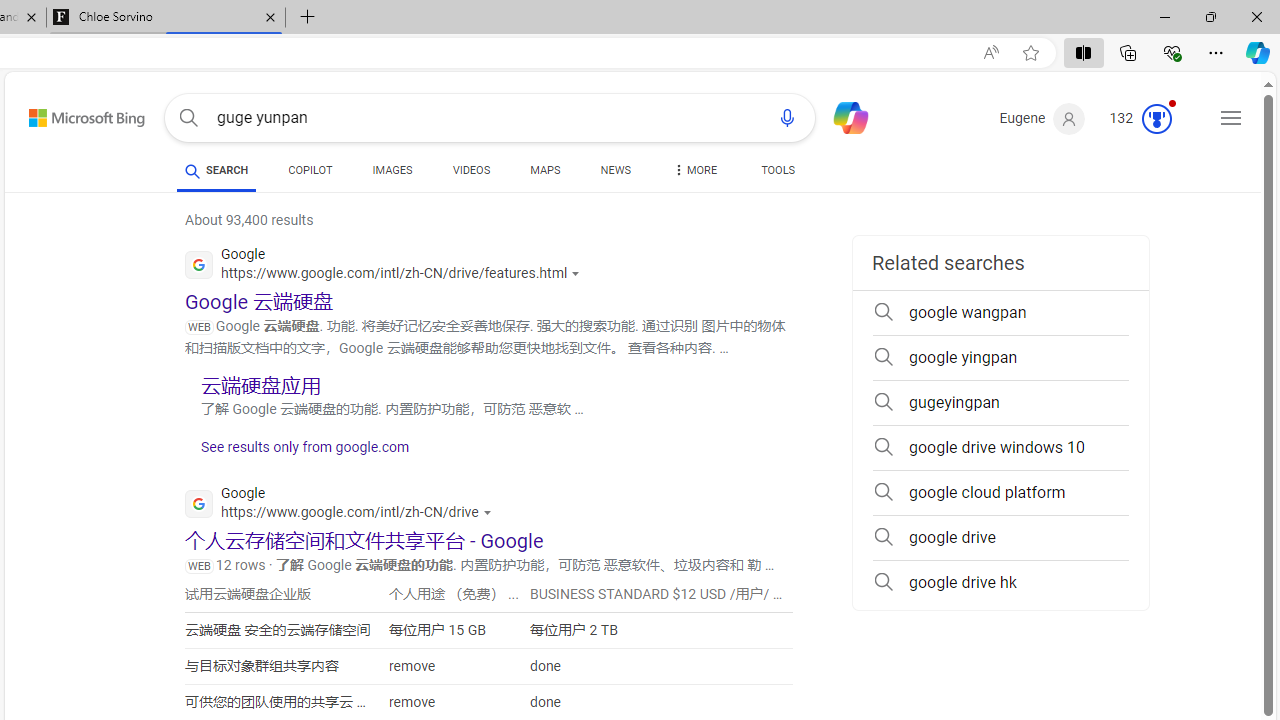  What do you see at coordinates (216, 169) in the screenshot?
I see `'SEARCH'` at bounding box center [216, 169].